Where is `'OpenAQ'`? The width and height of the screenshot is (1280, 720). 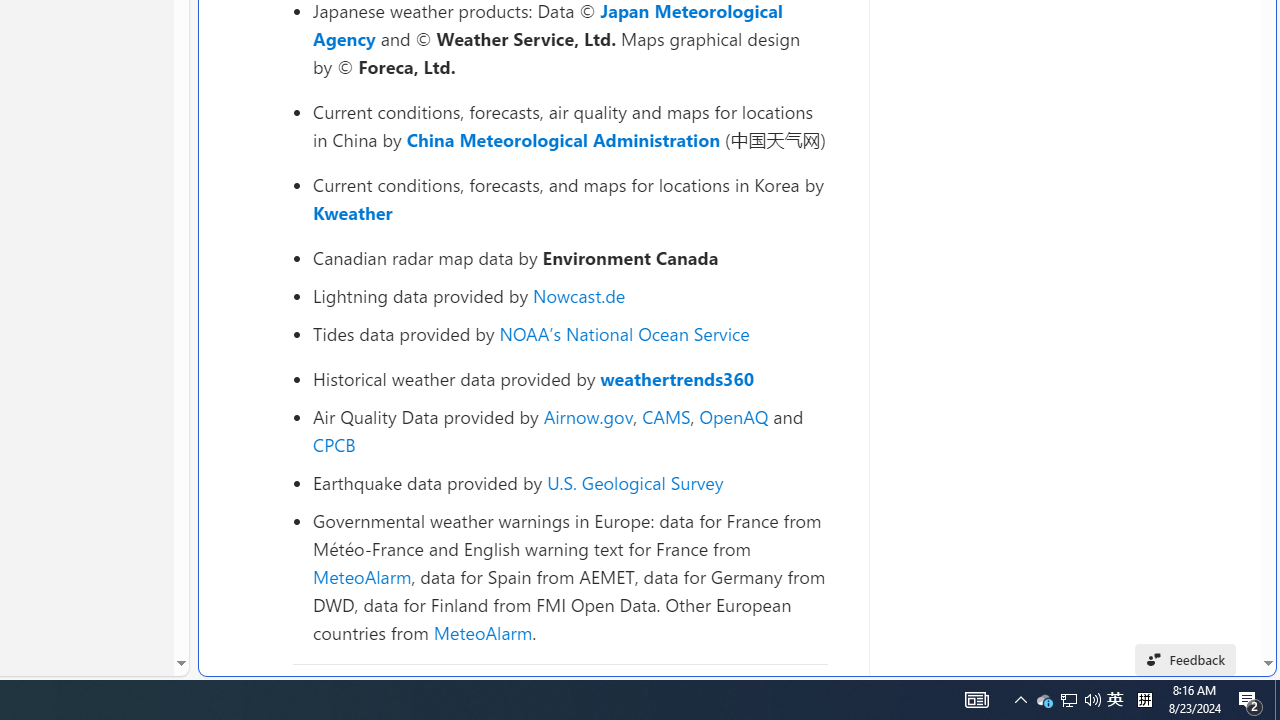 'OpenAQ' is located at coordinates (733, 415).